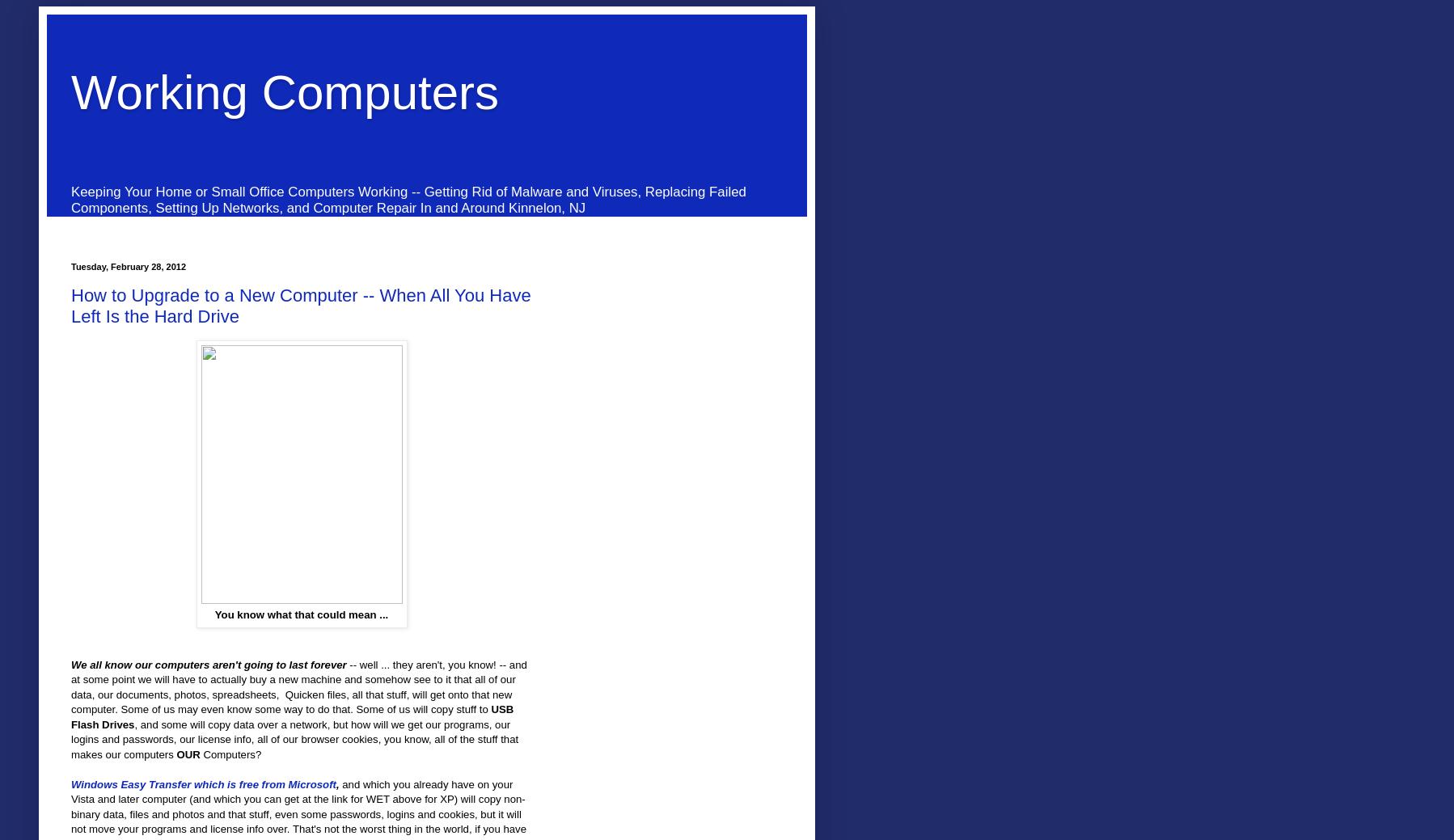 This screenshot has width=1454, height=840. What do you see at coordinates (230, 753) in the screenshot?
I see `'Computers?'` at bounding box center [230, 753].